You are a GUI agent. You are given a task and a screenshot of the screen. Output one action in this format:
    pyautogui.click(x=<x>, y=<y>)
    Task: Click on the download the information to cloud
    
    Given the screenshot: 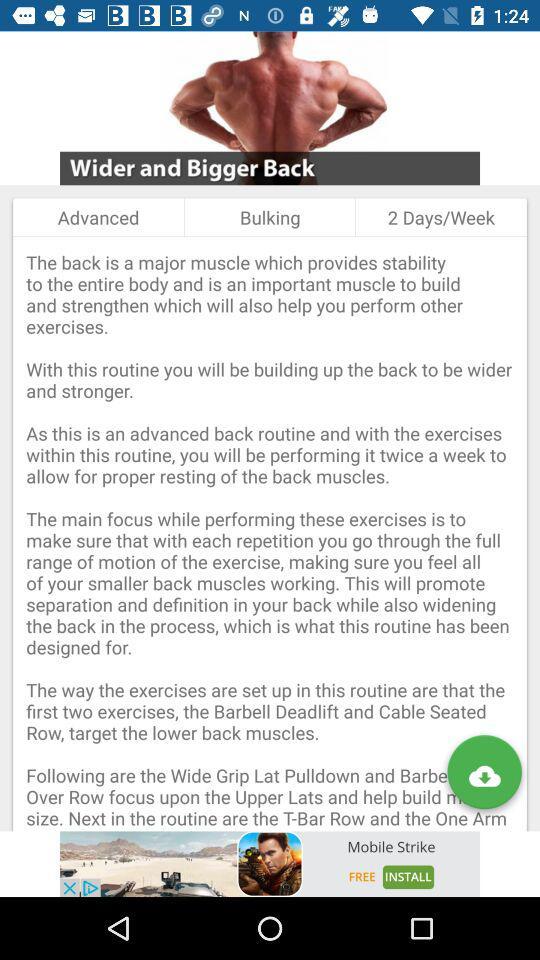 What is the action you would take?
    pyautogui.click(x=483, y=775)
    